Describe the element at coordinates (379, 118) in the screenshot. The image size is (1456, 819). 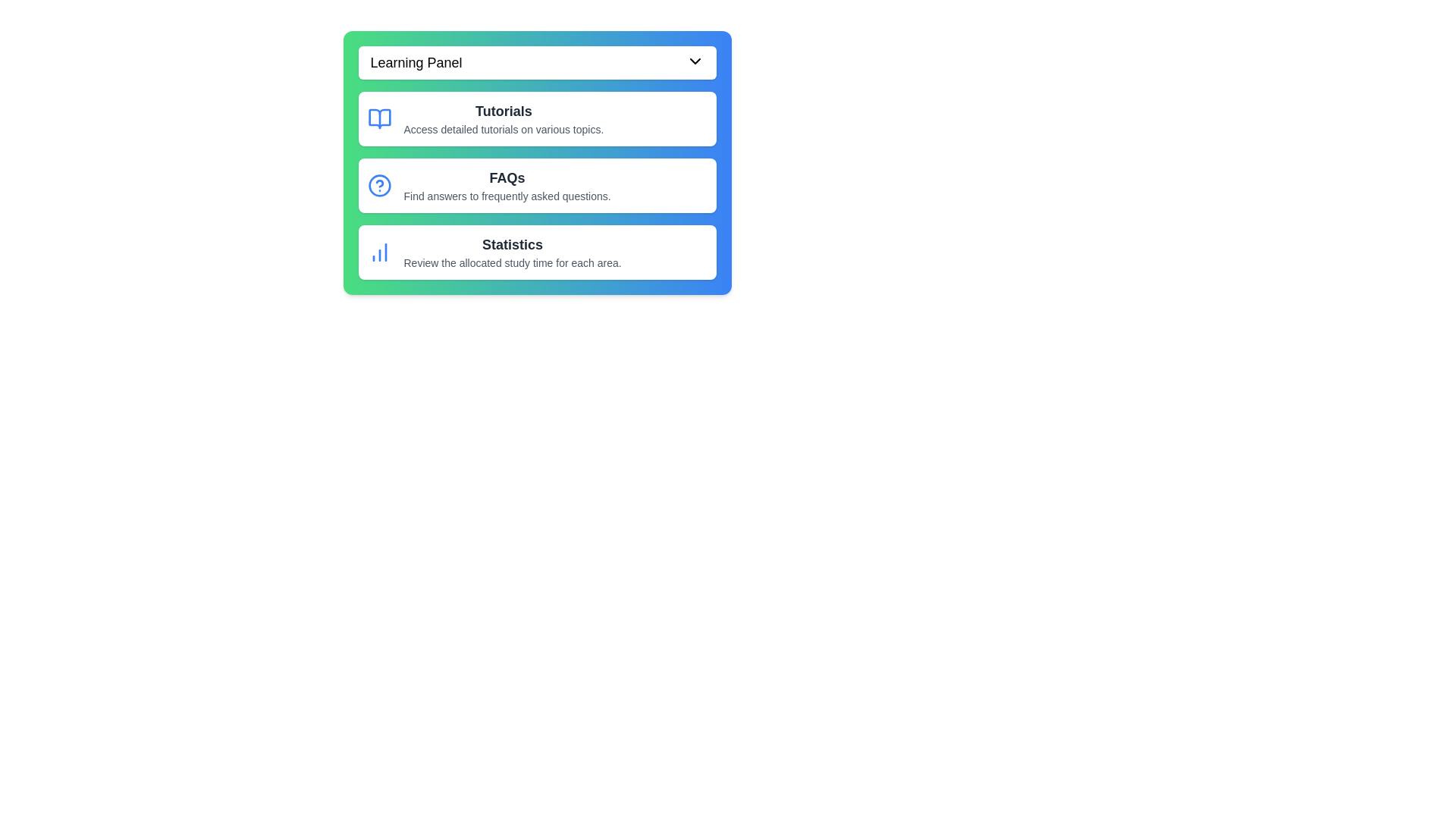
I see `the icon corresponding to Tutorials to access its additional actions` at that location.